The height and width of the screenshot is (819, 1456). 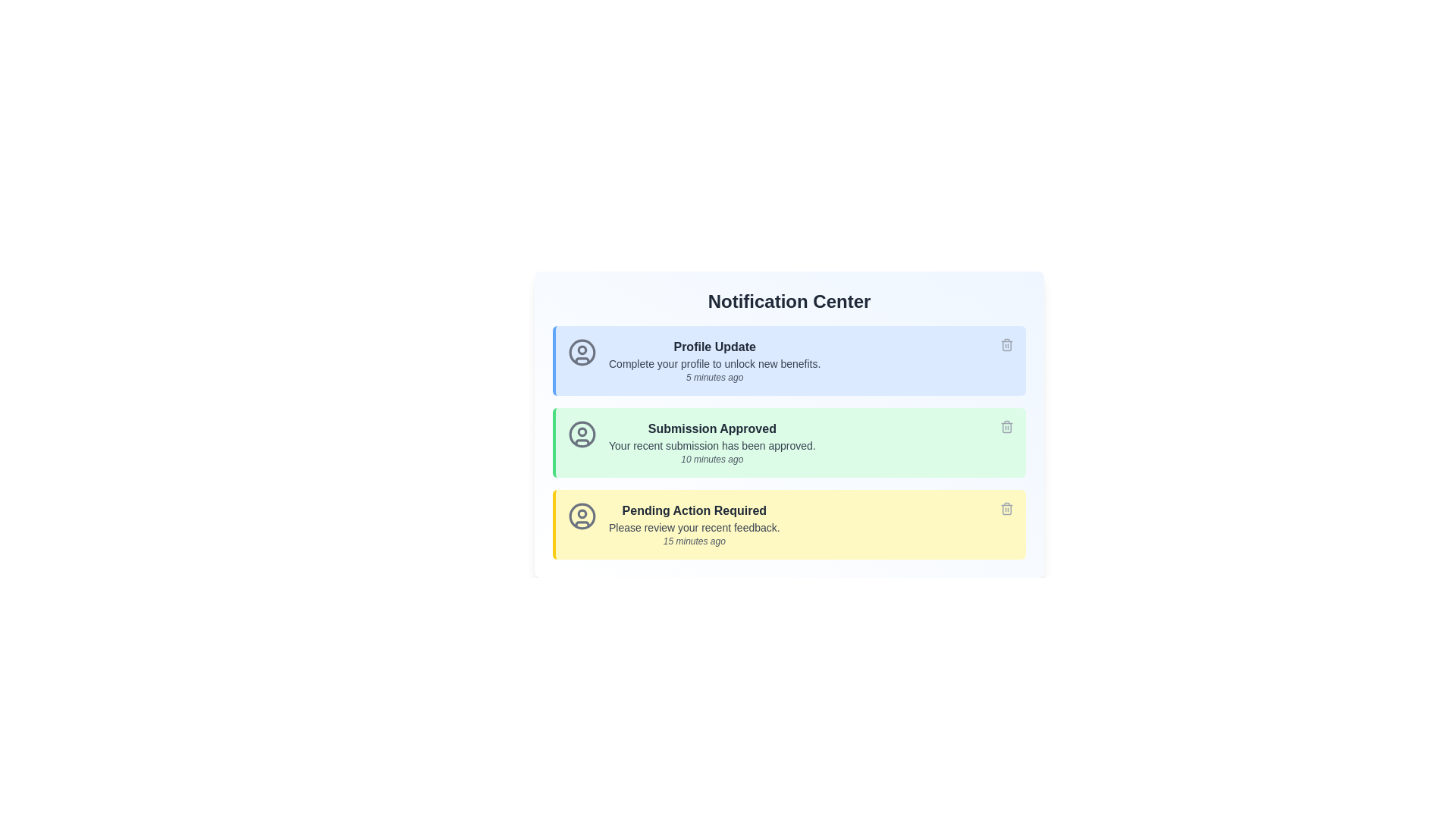 I want to click on the small circular user profile outline icon, which is gray and located to the left of the 'Profile Update' text in the first notification card of the vertical notification list, so click(x=582, y=353).